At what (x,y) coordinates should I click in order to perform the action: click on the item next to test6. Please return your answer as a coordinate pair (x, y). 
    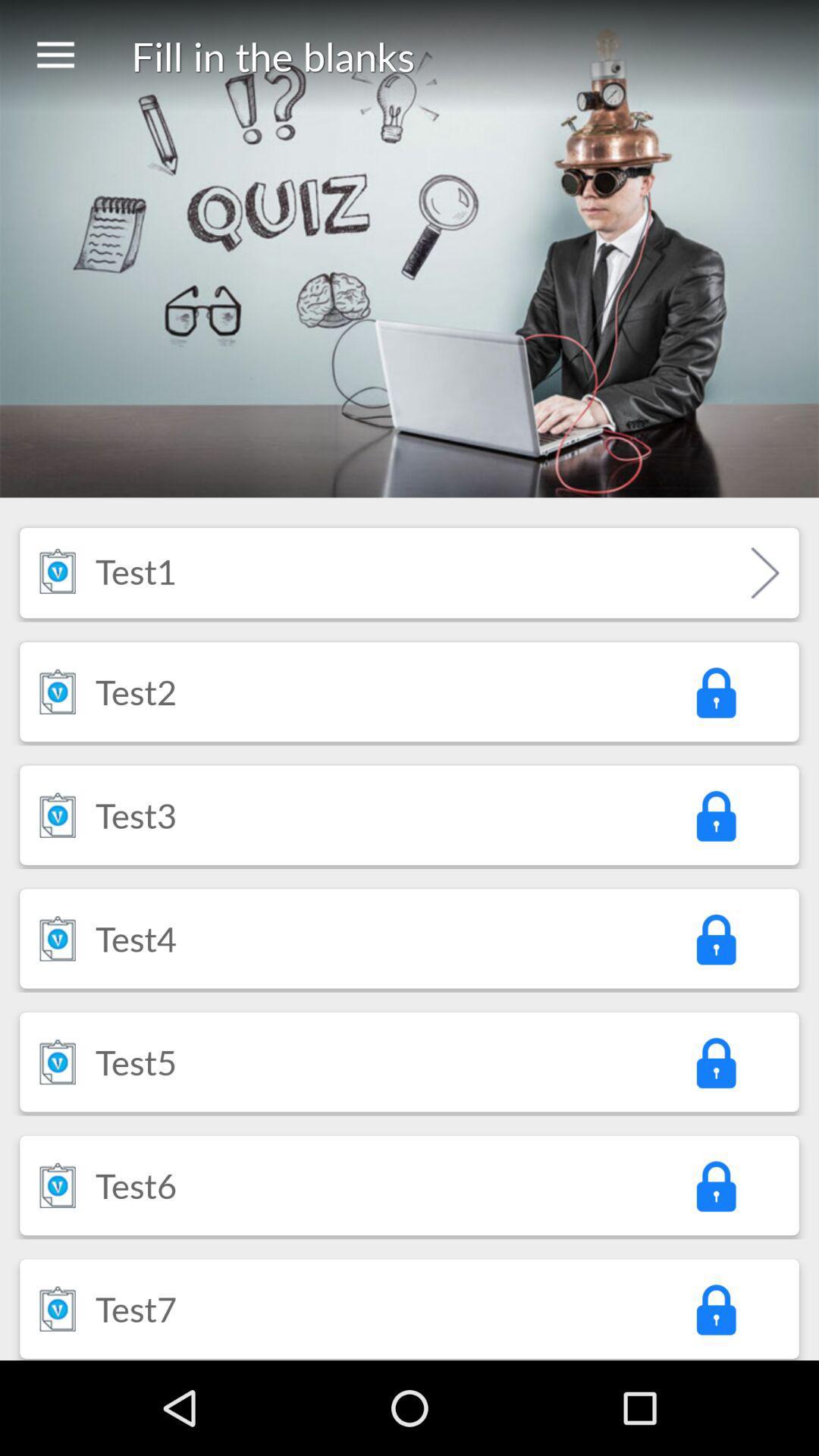
    Looking at the image, I should click on (715, 1185).